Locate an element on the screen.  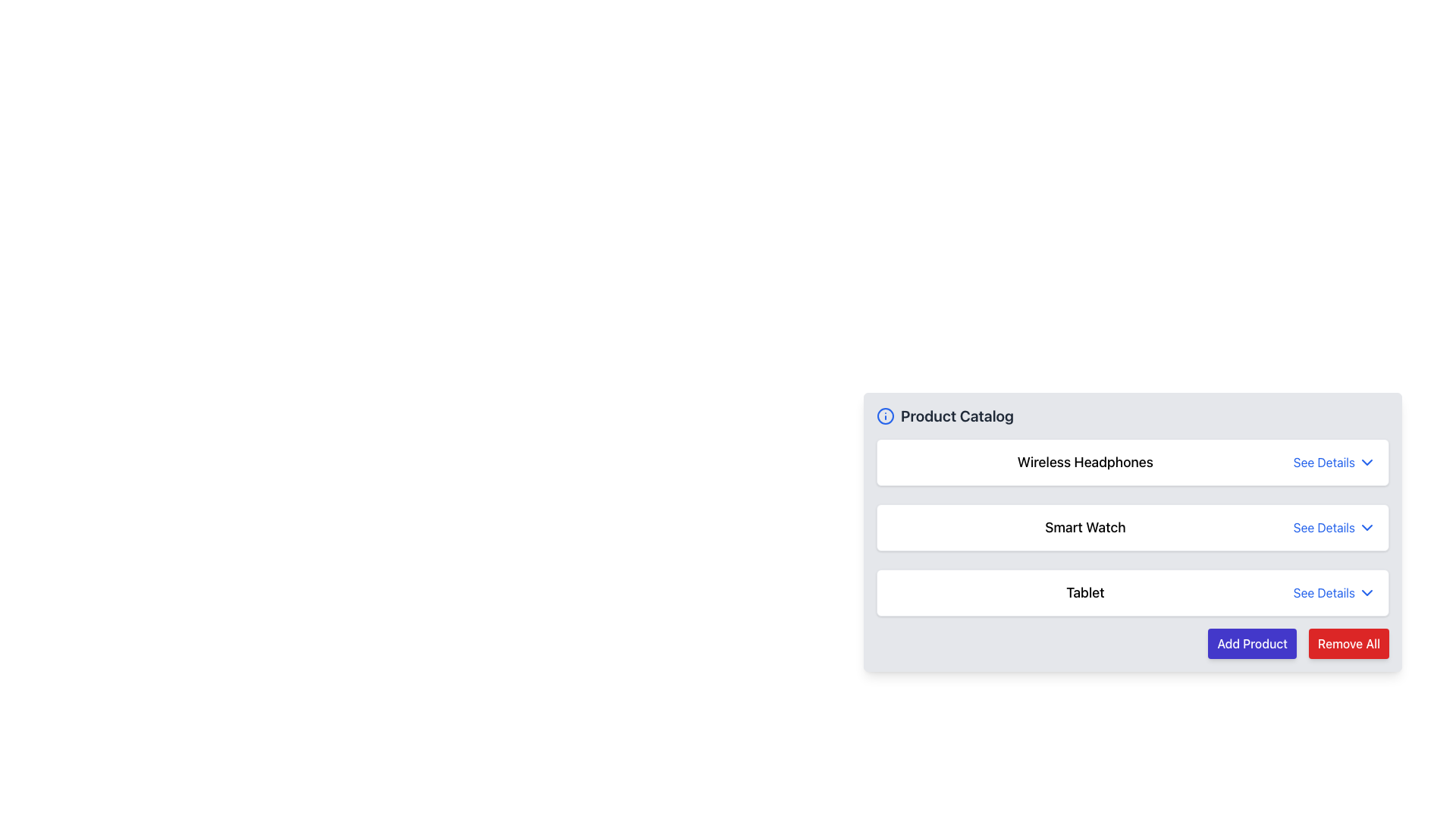
the Information Icon located to the left of the 'Product Catalog' title is located at coordinates (885, 416).